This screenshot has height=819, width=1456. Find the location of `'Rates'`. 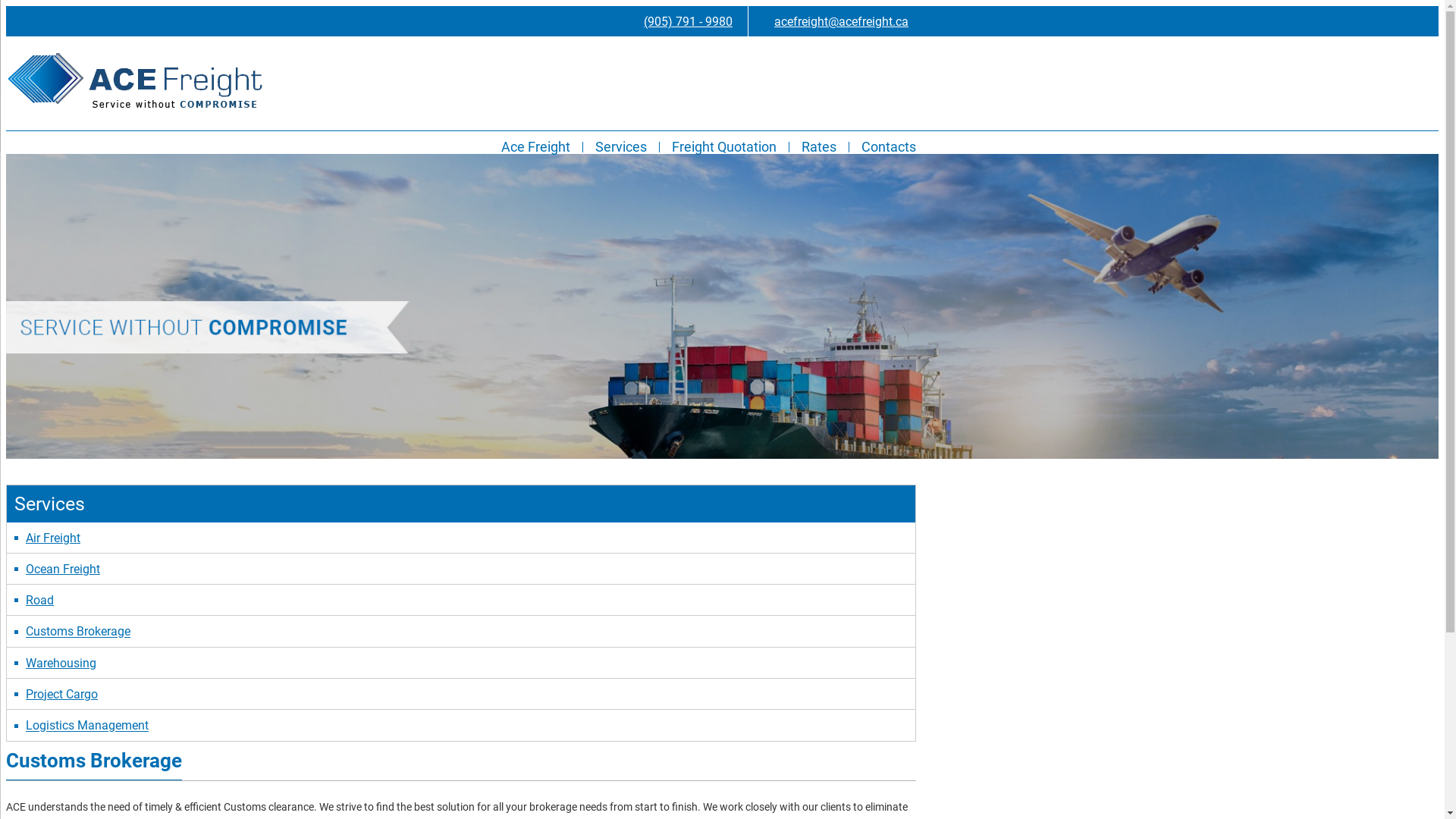

'Rates' is located at coordinates (818, 146).